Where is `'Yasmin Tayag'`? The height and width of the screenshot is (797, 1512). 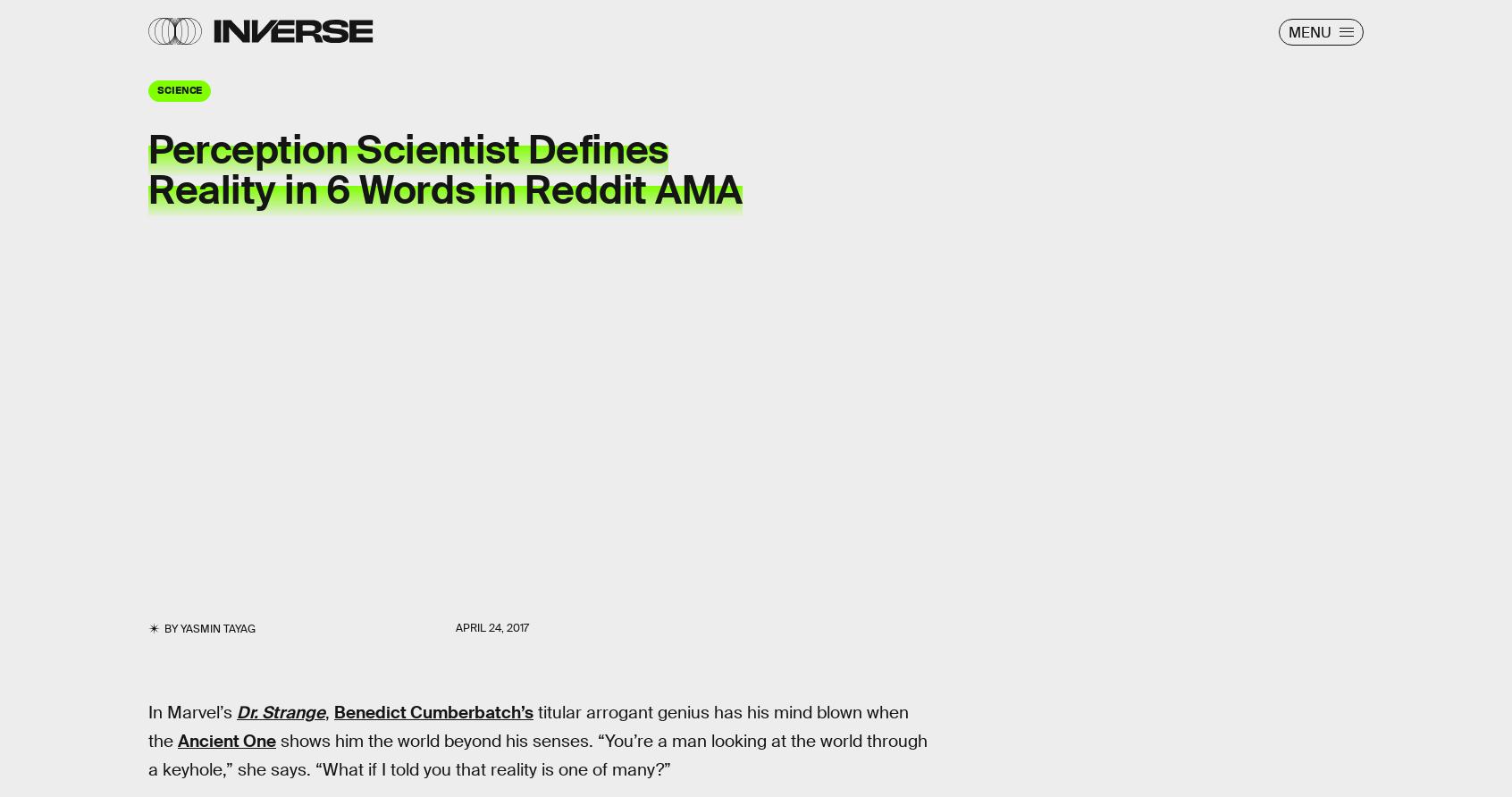
'Yasmin Tayag' is located at coordinates (179, 628).